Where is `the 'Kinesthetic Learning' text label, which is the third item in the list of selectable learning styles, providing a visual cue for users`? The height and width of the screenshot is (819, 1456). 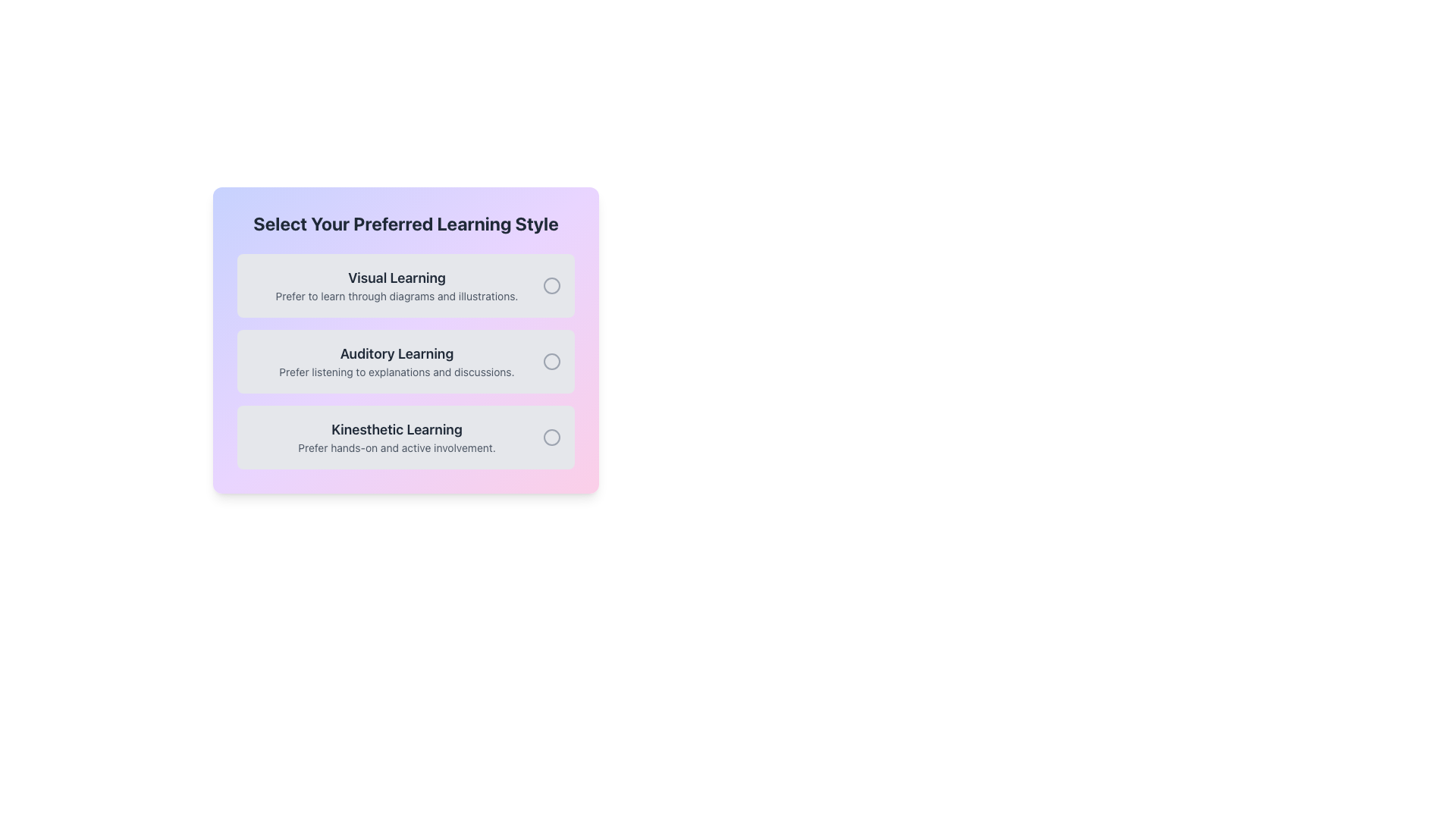
the 'Kinesthetic Learning' text label, which is the third item in the list of selectable learning styles, providing a visual cue for users is located at coordinates (397, 430).